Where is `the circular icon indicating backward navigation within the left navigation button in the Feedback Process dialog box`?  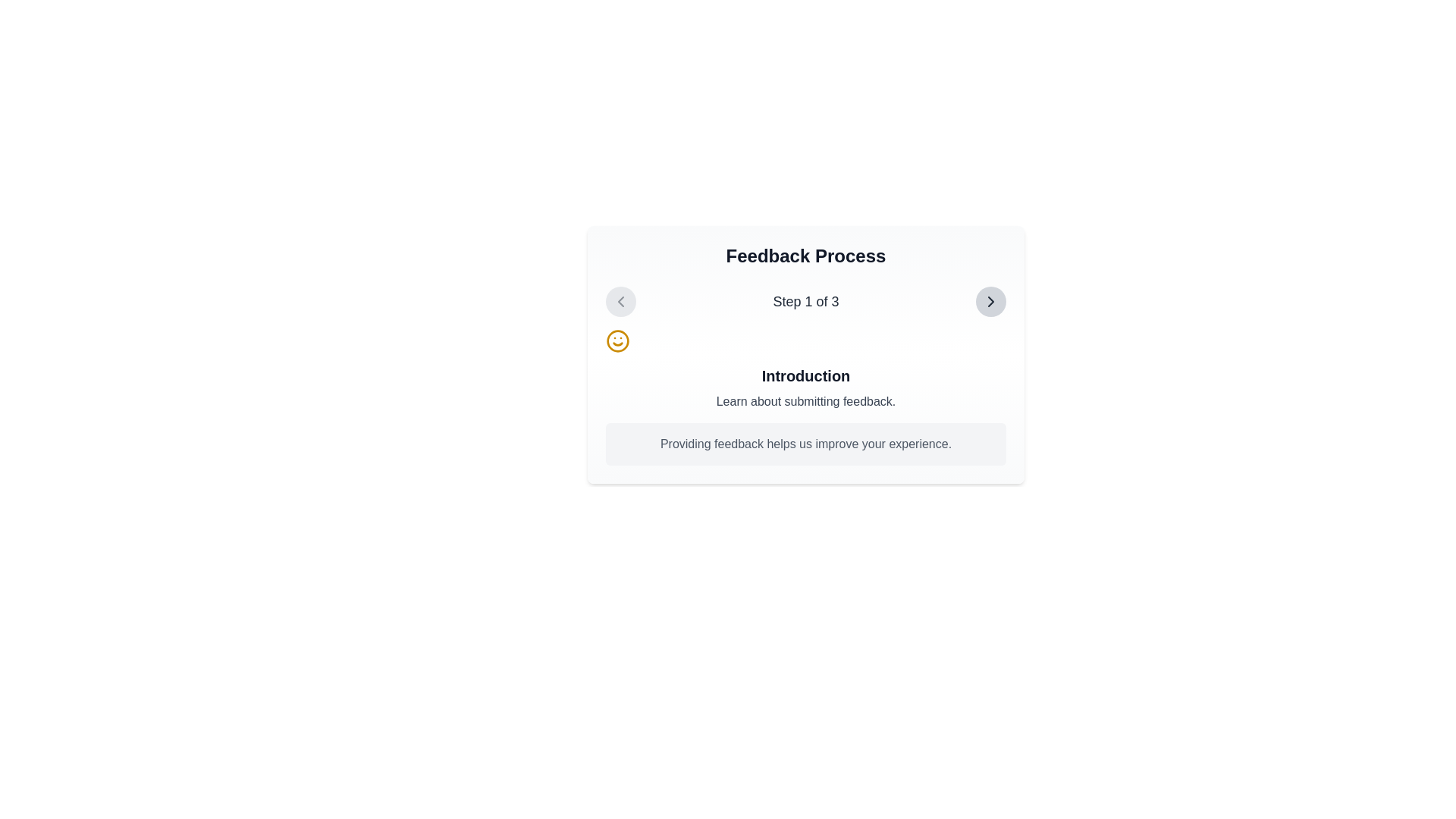 the circular icon indicating backward navigation within the left navigation button in the Feedback Process dialog box is located at coordinates (621, 301).